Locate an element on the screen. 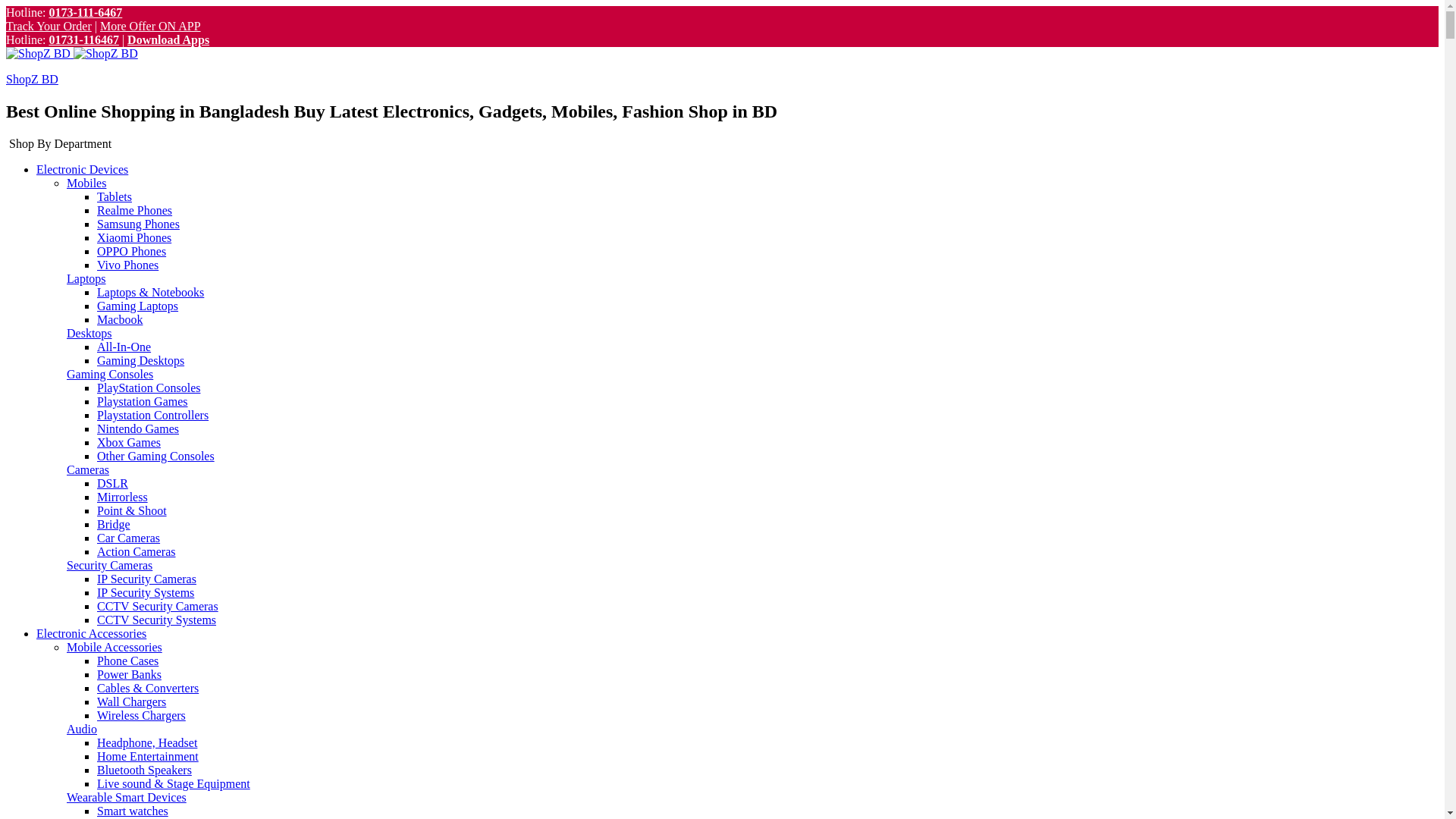 The image size is (1456, 819). 'Desktops' is located at coordinates (89, 332).